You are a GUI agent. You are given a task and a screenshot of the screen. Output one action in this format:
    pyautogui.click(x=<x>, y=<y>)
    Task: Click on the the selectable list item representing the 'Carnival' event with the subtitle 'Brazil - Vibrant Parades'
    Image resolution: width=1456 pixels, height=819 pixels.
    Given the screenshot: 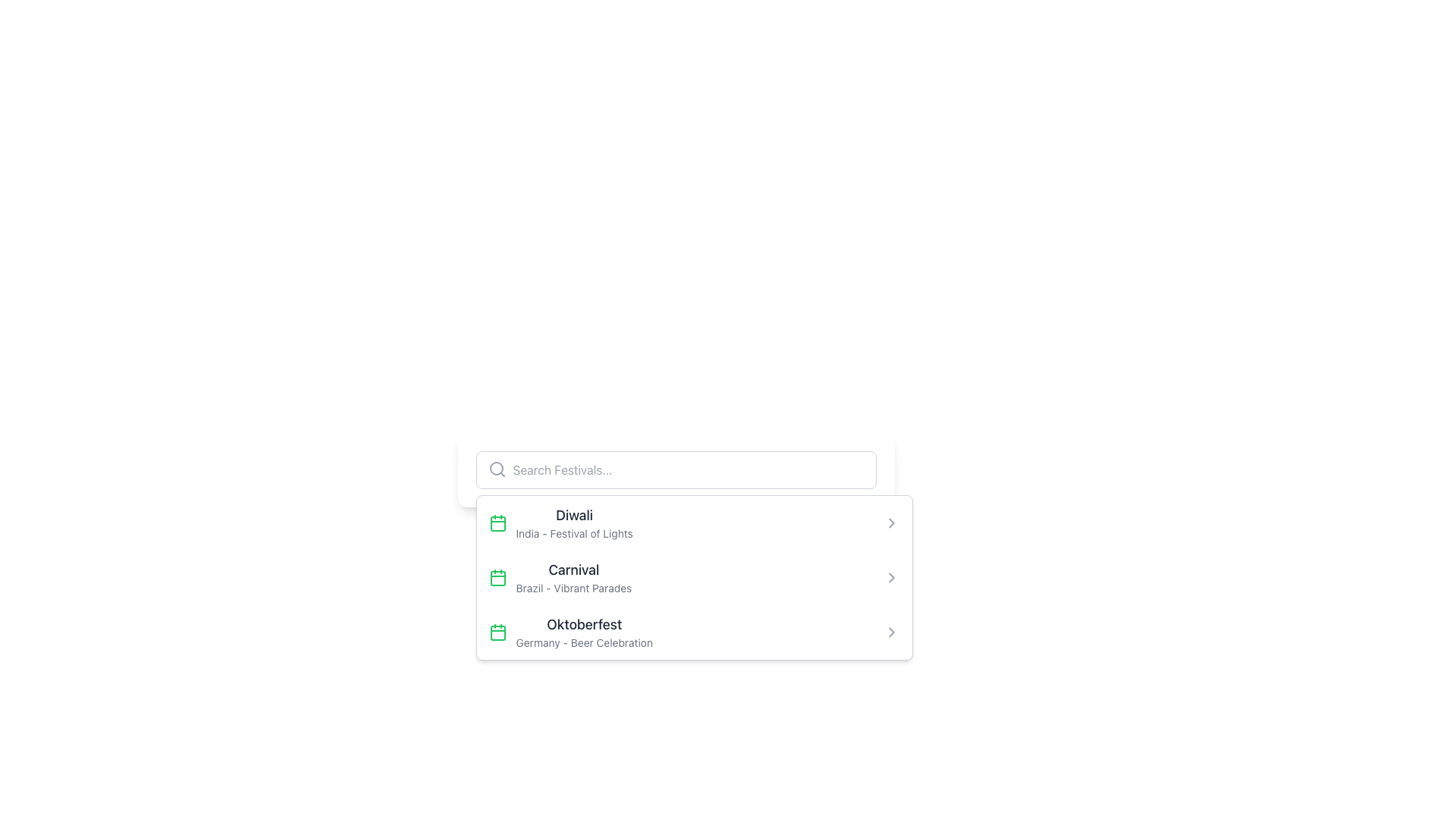 What is the action you would take?
    pyautogui.click(x=559, y=578)
    